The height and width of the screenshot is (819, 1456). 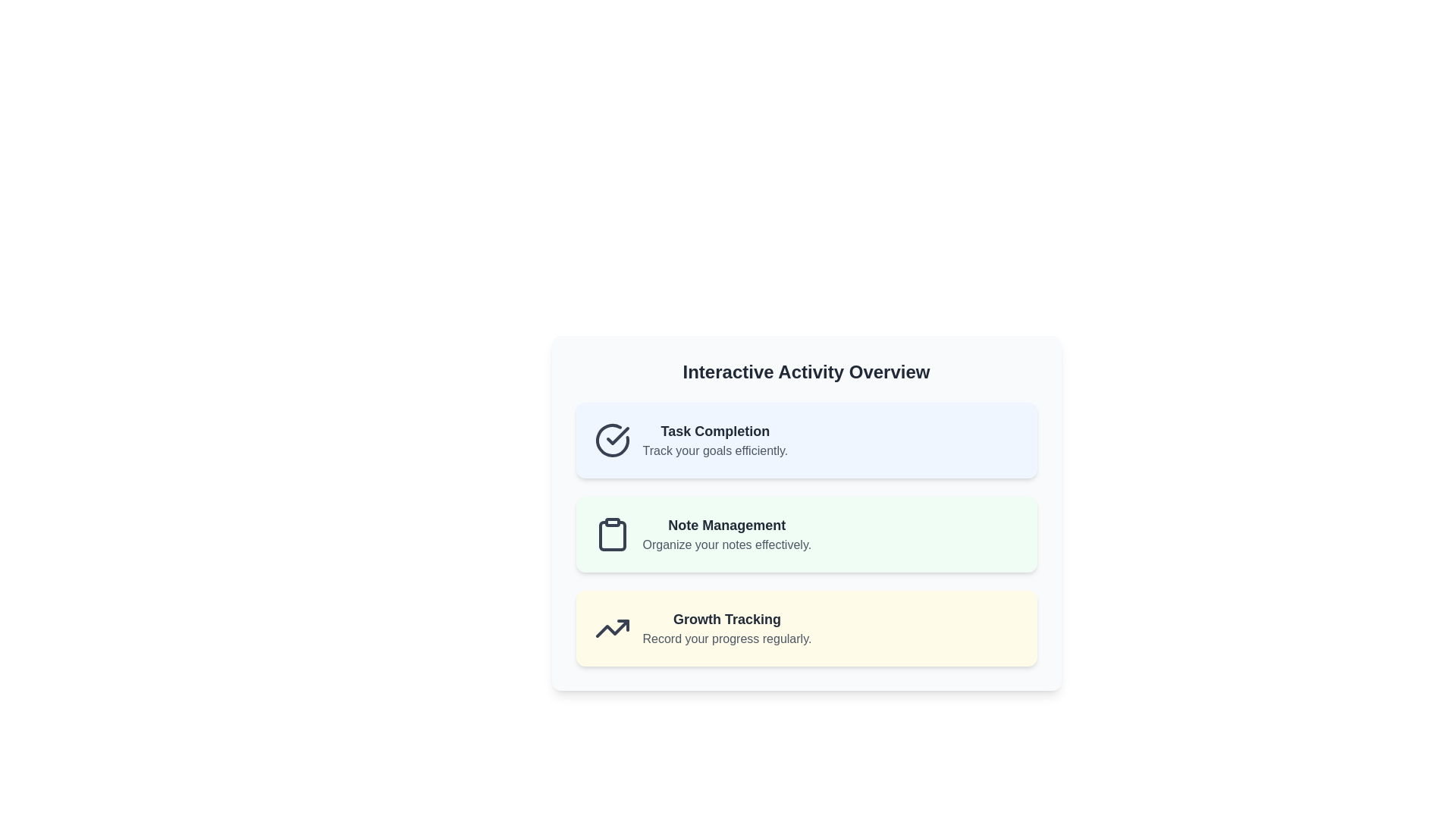 What do you see at coordinates (726, 525) in the screenshot?
I see `the header/text label located at the center top of a greenish box, which is the second item in a three-item list of sections` at bounding box center [726, 525].